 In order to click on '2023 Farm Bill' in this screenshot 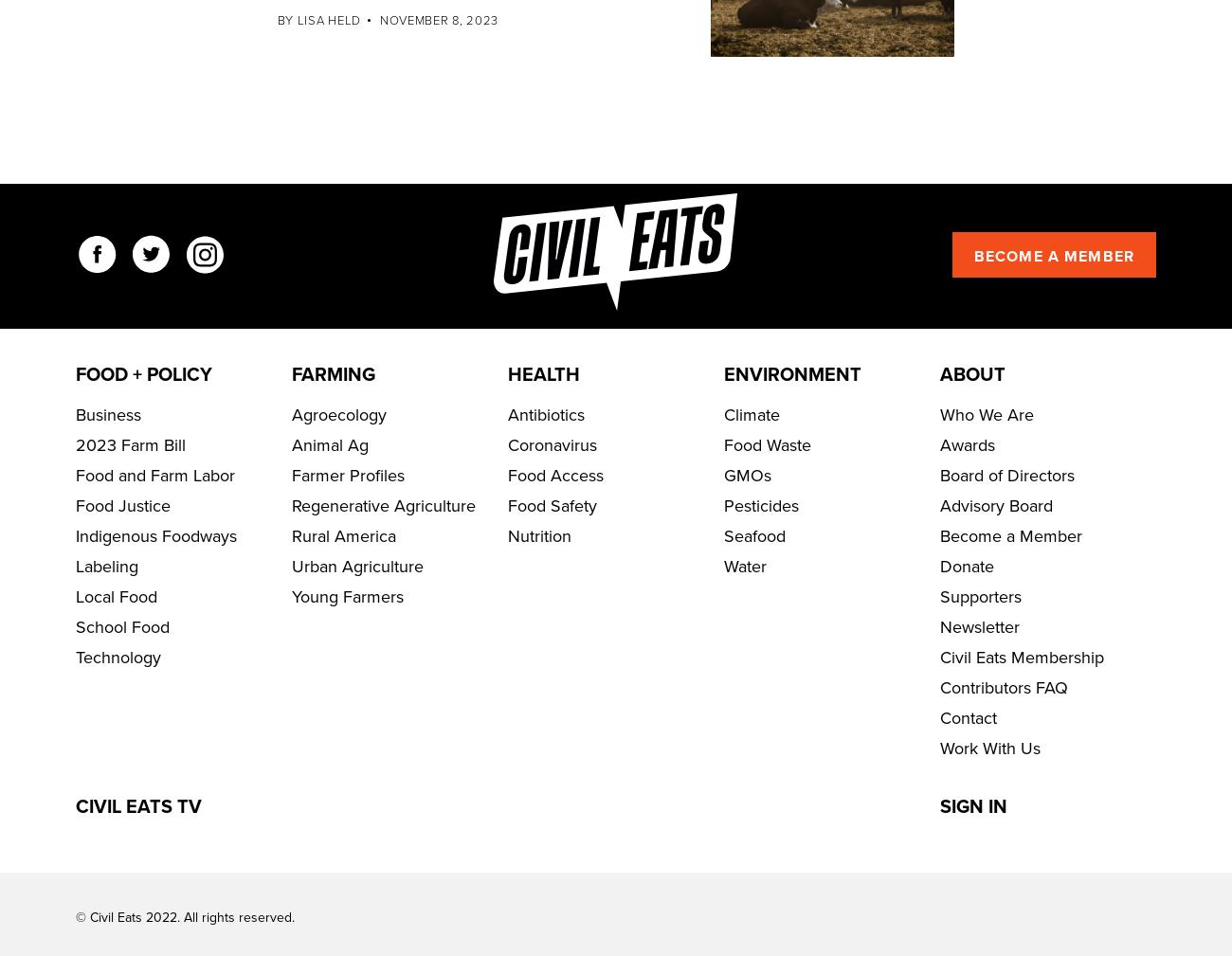, I will do `click(130, 502)`.